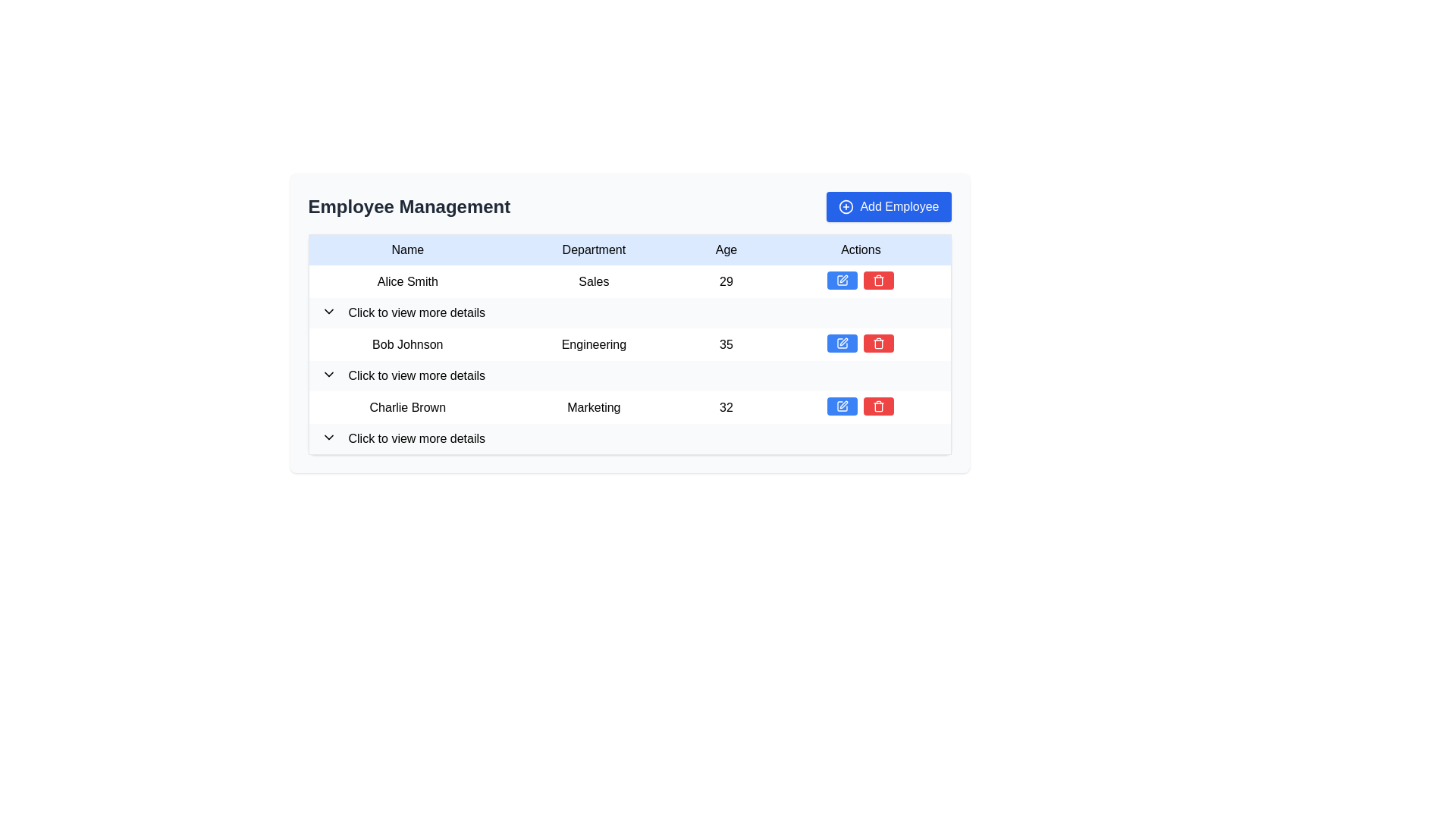  What do you see at coordinates (328, 374) in the screenshot?
I see `the down-facing chevron icon in the second row under the 'Name' column` at bounding box center [328, 374].